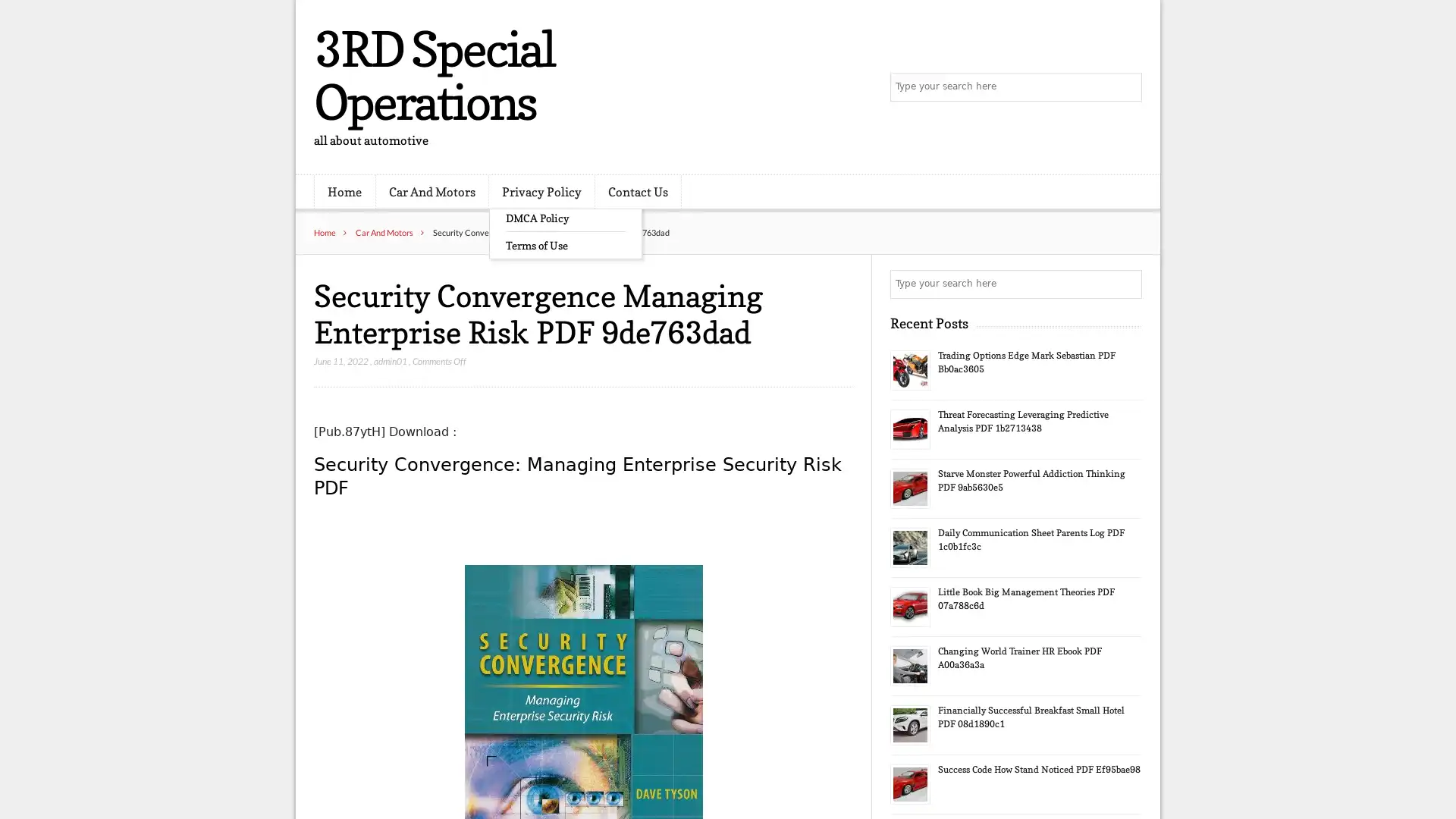  I want to click on Search, so click(1126, 87).